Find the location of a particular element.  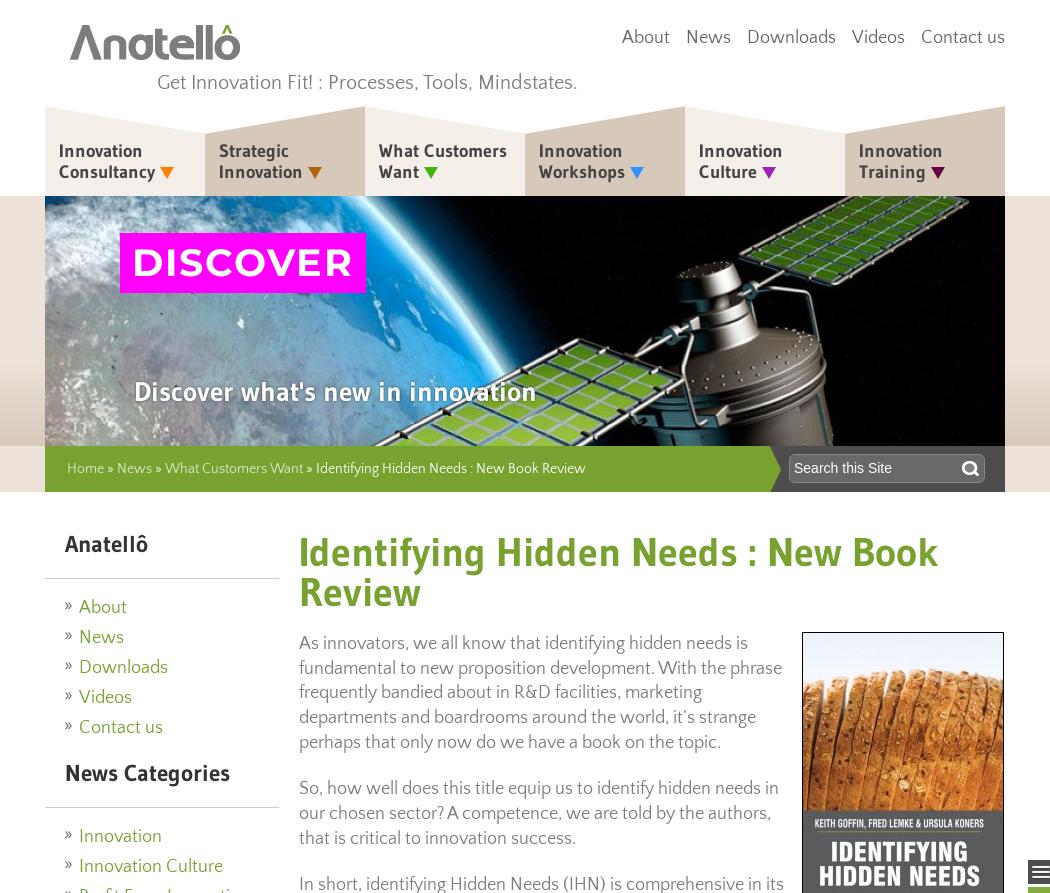

'» Identifying Hidden Needs : New Book Review' is located at coordinates (443, 467).